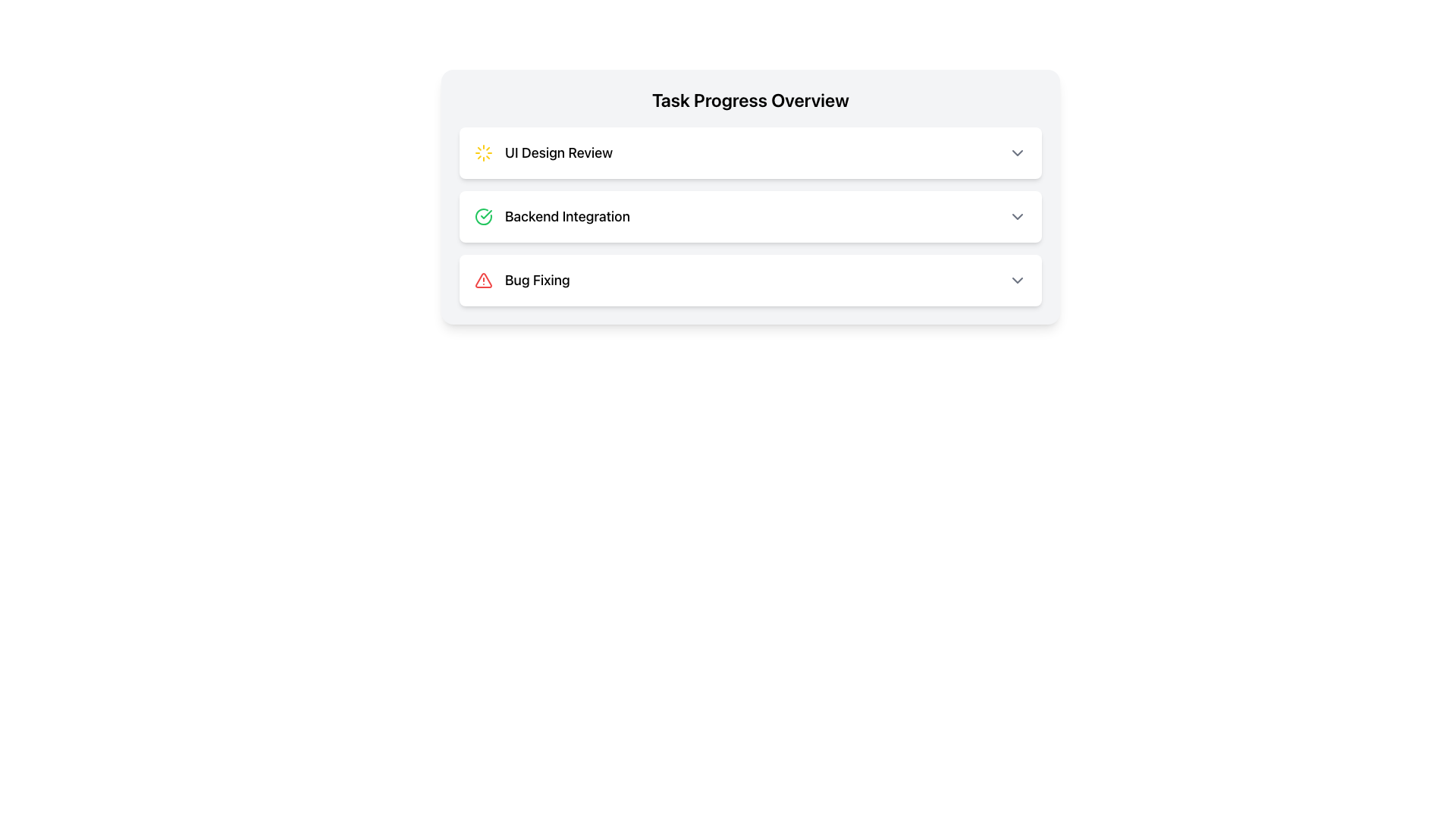 The height and width of the screenshot is (819, 1456). Describe the element at coordinates (483, 216) in the screenshot. I see `the circular icon with a green border and a checkmark inside, located to the left of the 'Backend Integration' text label in the task progress overview list, to get visual feedback` at that location.